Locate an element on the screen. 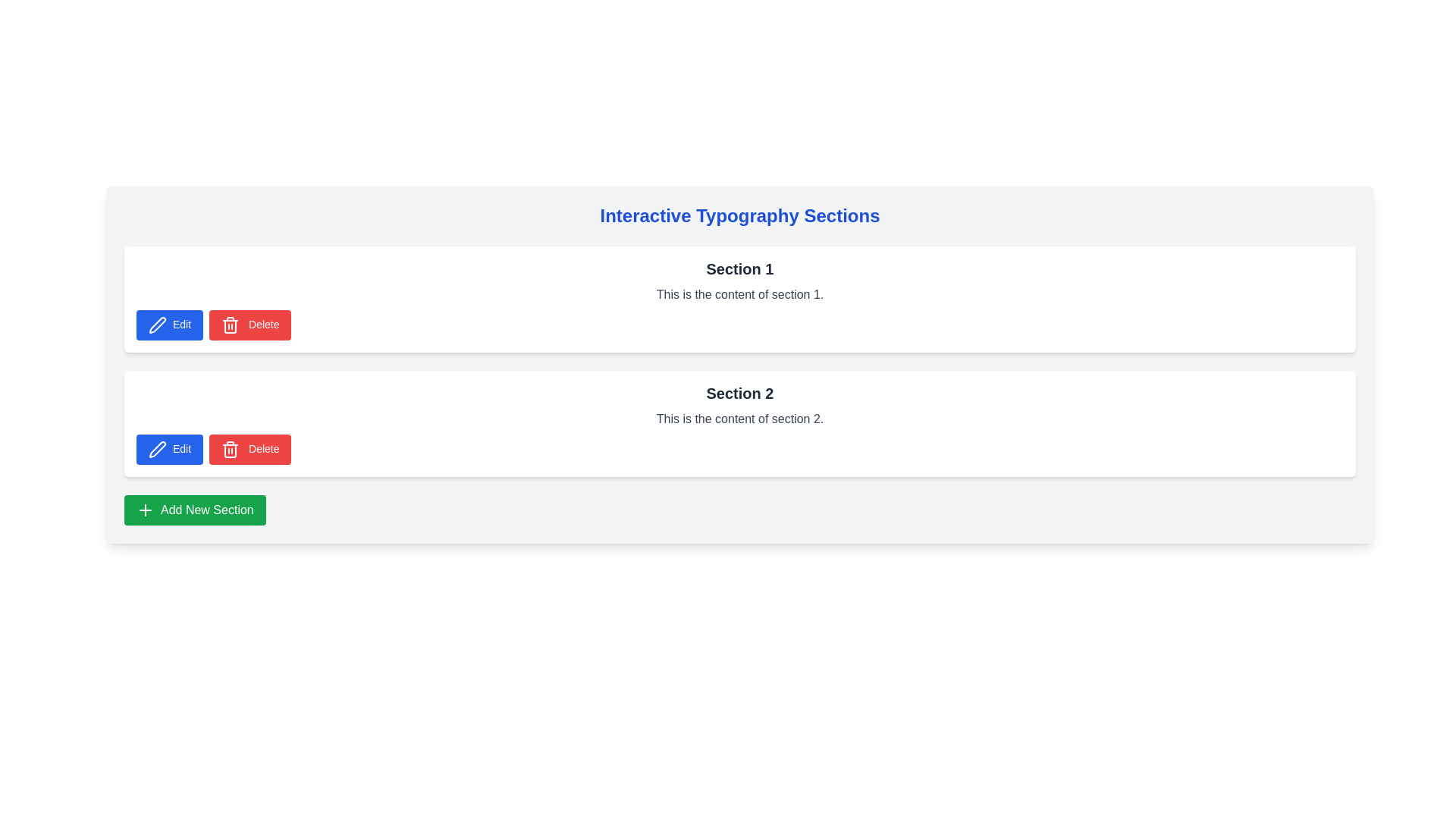 Image resolution: width=1456 pixels, height=819 pixels. the text content displaying 'This is the content of section 2.' which is located below the title 'Section 2' and above the buttons labeled 'Edit' and 'Delete' is located at coordinates (739, 419).